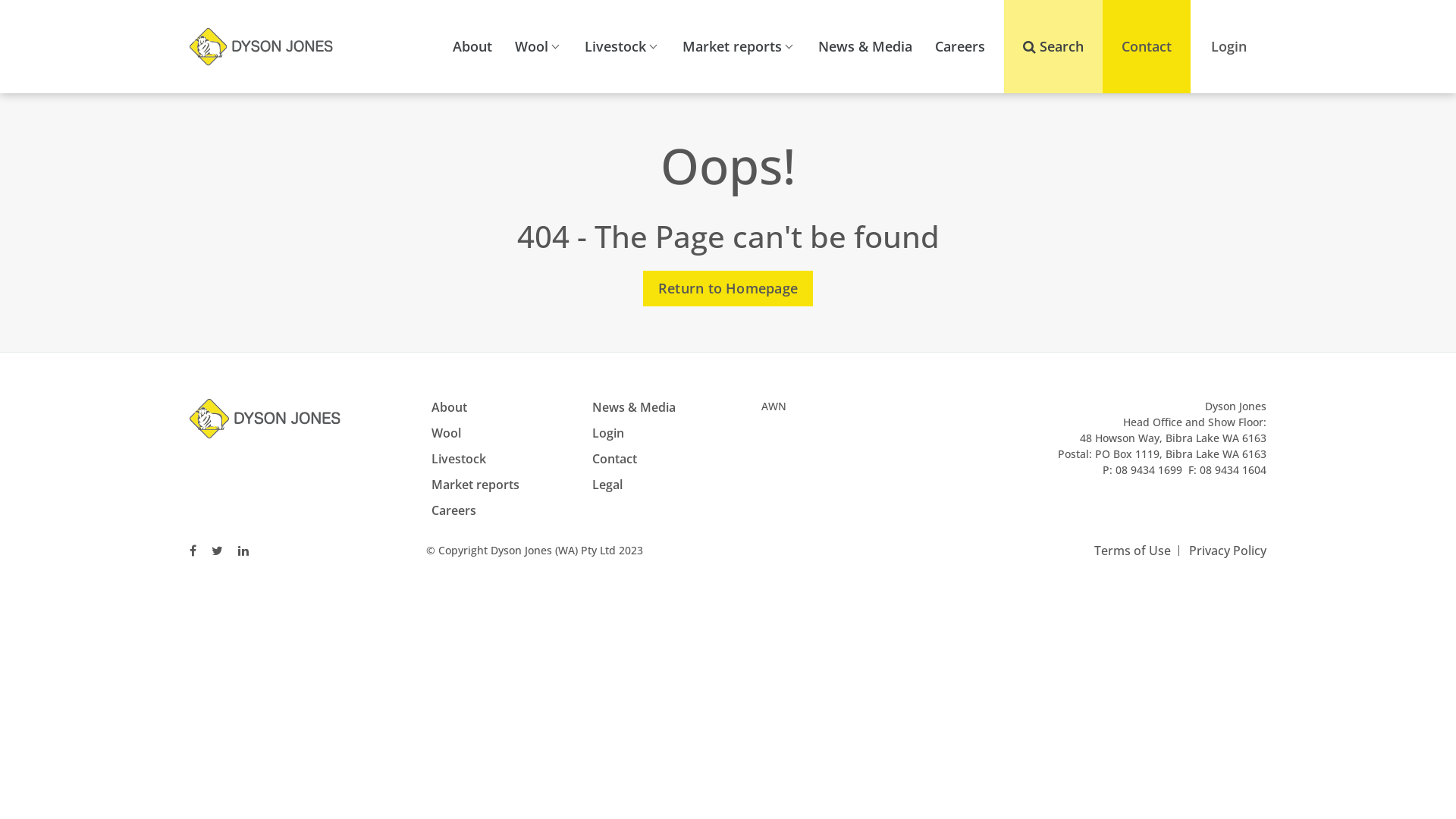 This screenshot has width=1456, height=819. Describe the element at coordinates (607, 485) in the screenshot. I see `'Legal'` at that location.